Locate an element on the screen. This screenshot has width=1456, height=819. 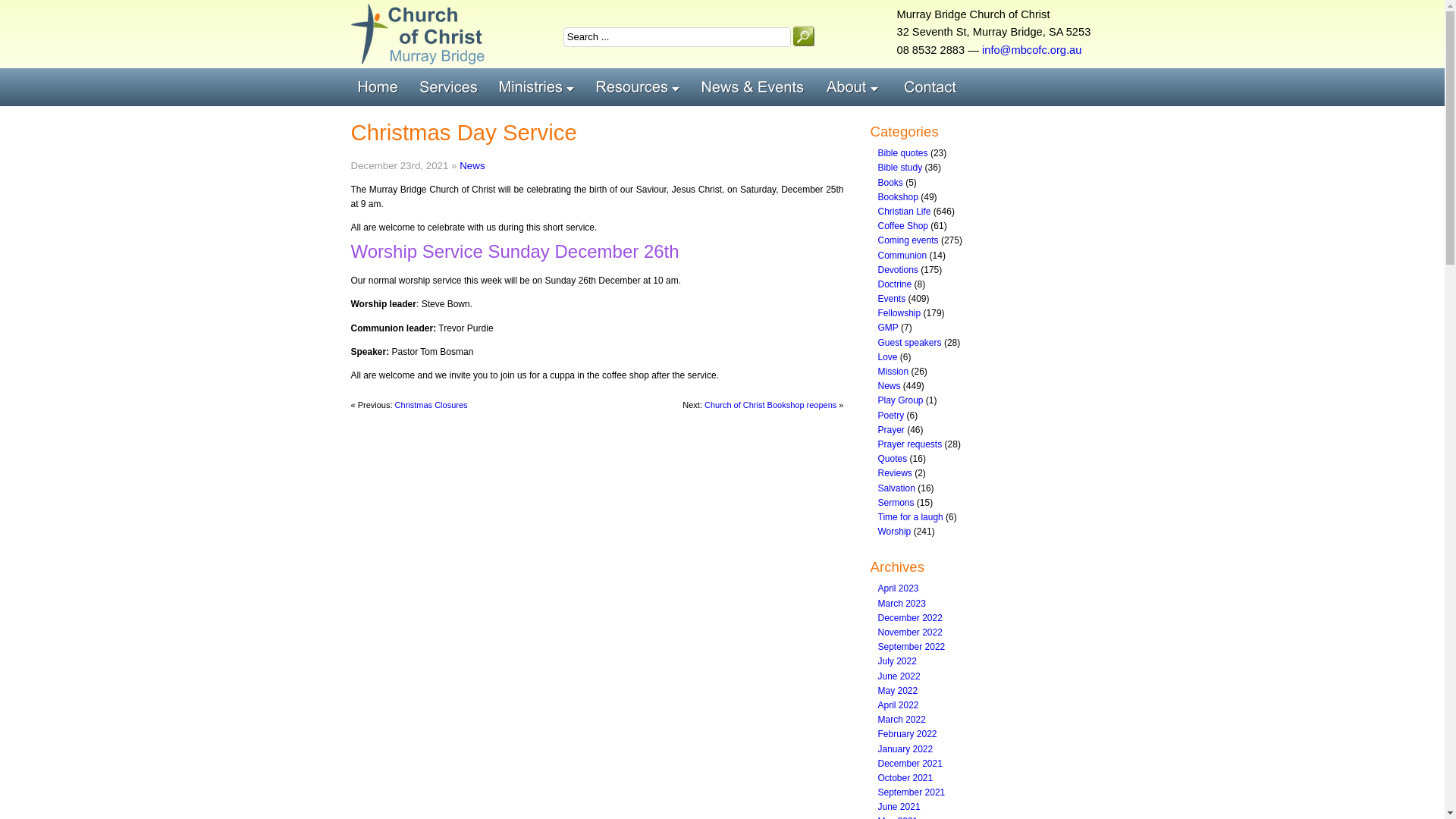
'Coffee Shop' is located at coordinates (903, 225).